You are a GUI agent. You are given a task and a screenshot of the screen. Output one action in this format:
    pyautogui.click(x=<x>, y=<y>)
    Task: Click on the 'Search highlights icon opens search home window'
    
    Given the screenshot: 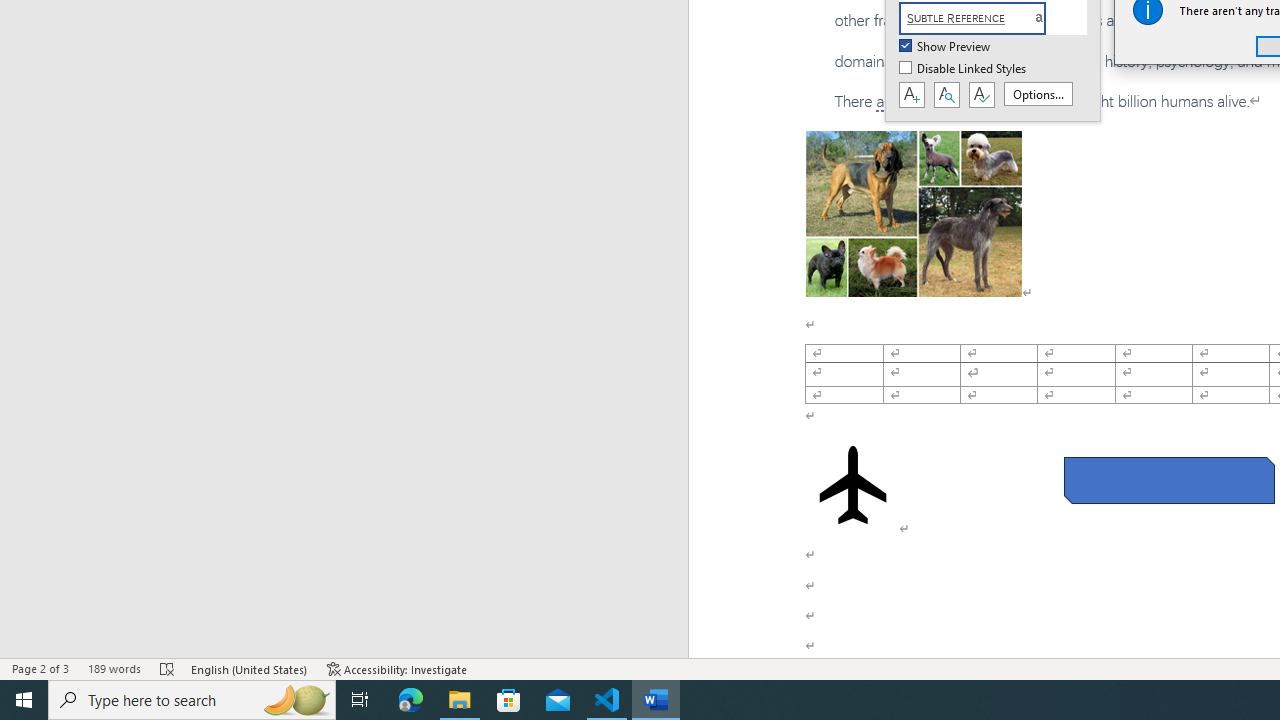 What is the action you would take?
    pyautogui.click(x=294, y=698)
    